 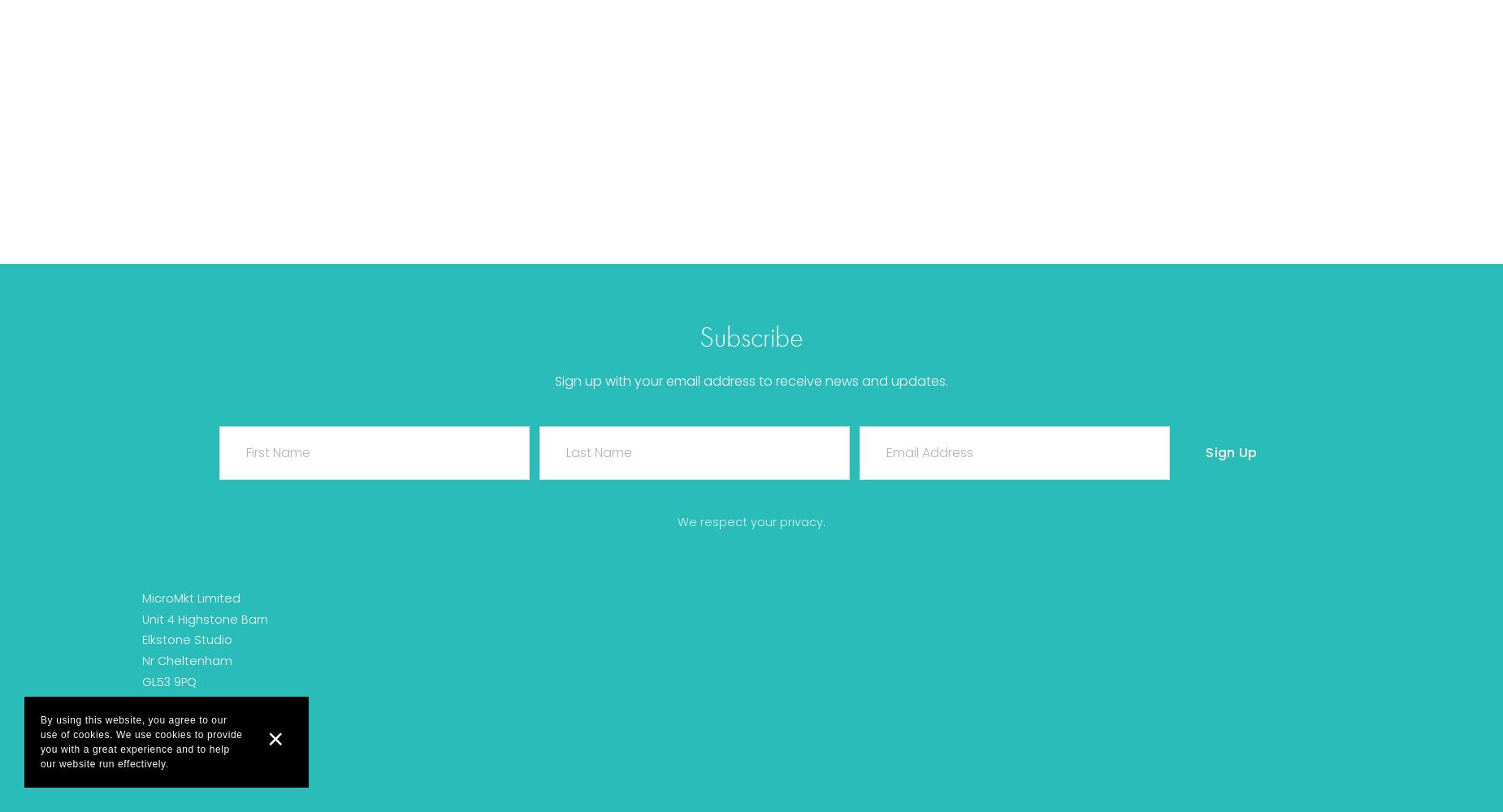 What do you see at coordinates (751, 265) in the screenshot?
I see `'Sign In'` at bounding box center [751, 265].